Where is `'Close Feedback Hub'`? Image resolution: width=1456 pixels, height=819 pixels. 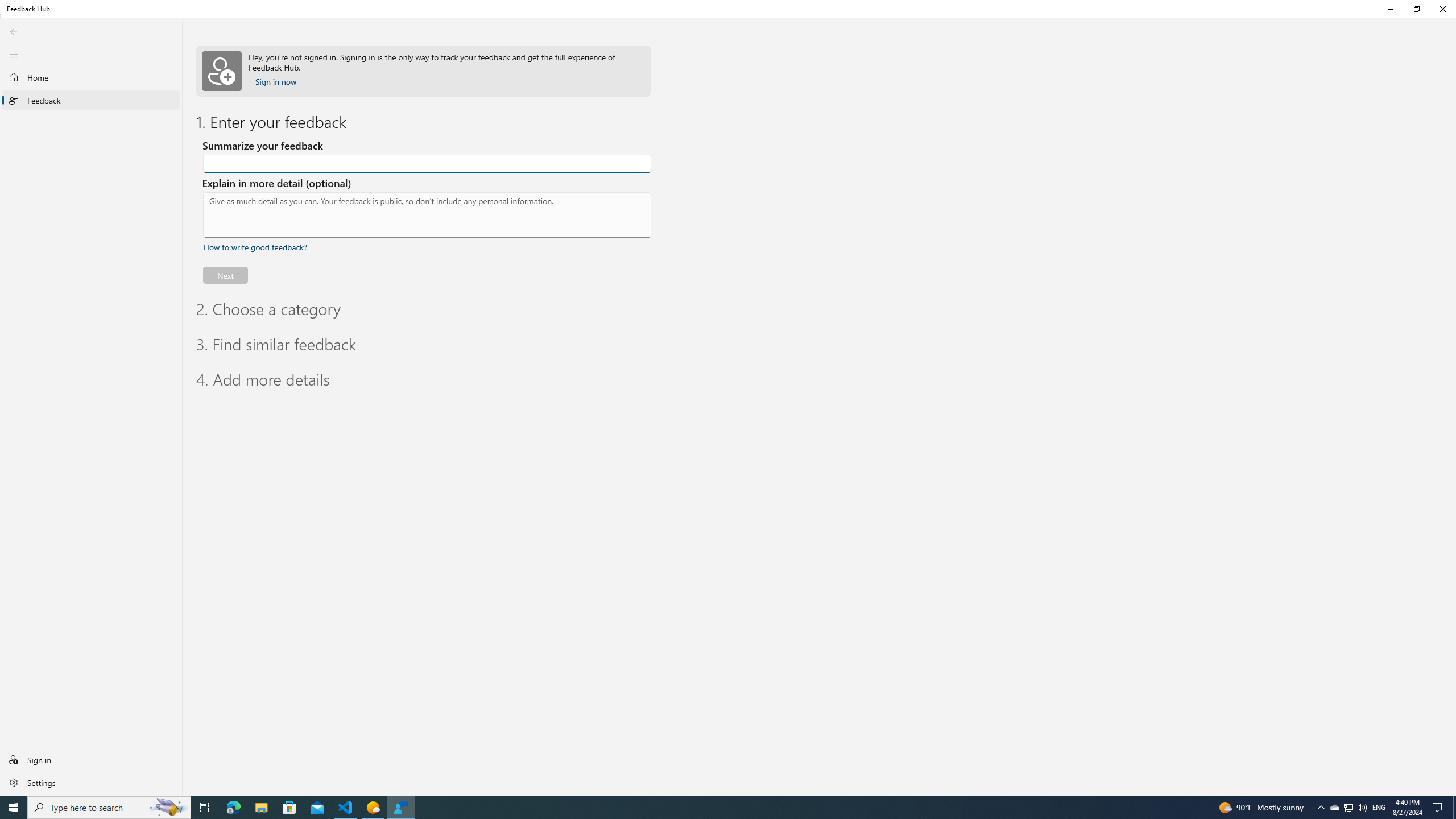 'Close Feedback Hub' is located at coordinates (1442, 9).